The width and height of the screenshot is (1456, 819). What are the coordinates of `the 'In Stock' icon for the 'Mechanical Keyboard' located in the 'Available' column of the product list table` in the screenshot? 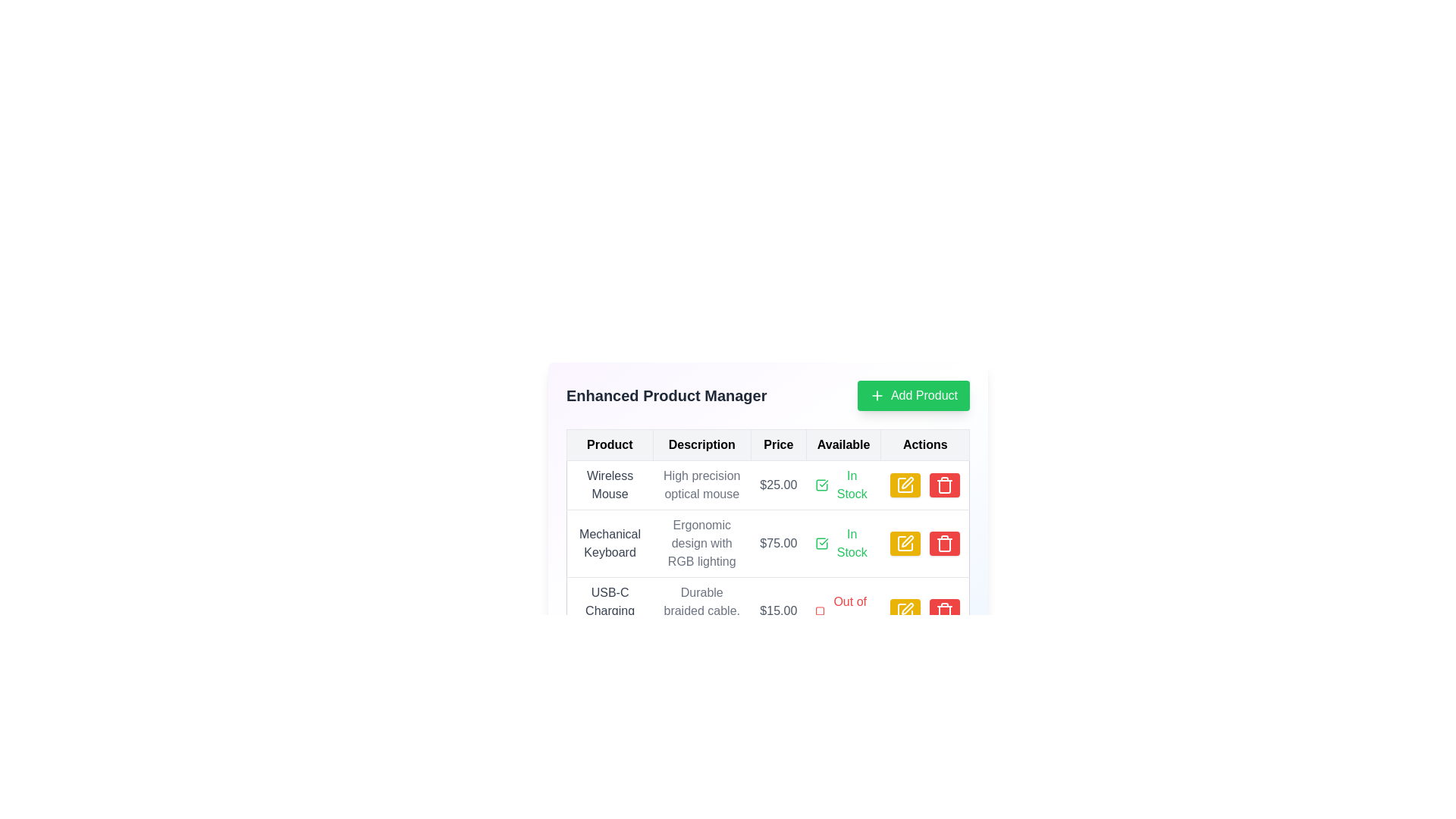 It's located at (821, 543).